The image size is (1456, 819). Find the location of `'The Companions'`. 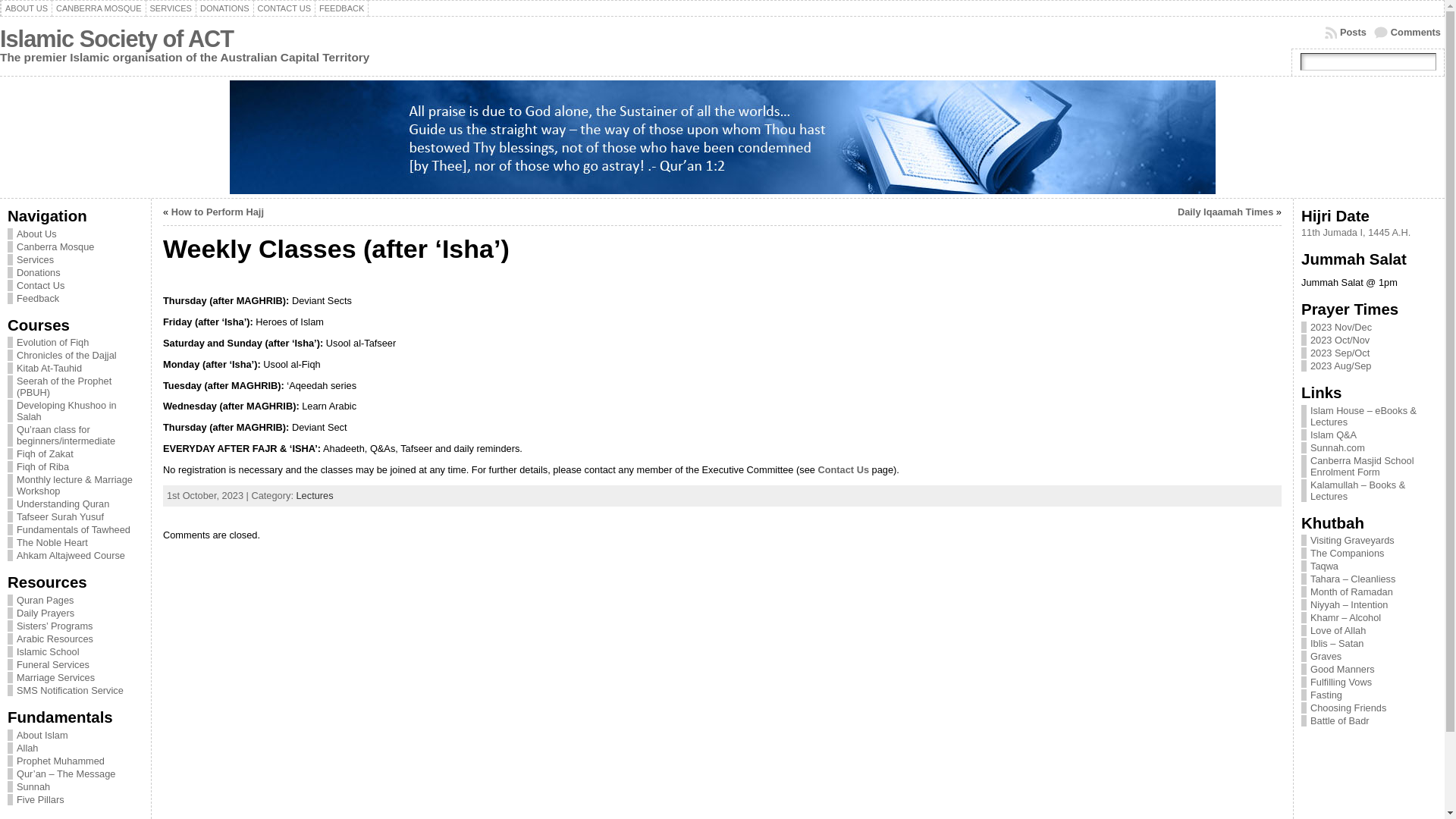

'The Companions' is located at coordinates (1310, 553).